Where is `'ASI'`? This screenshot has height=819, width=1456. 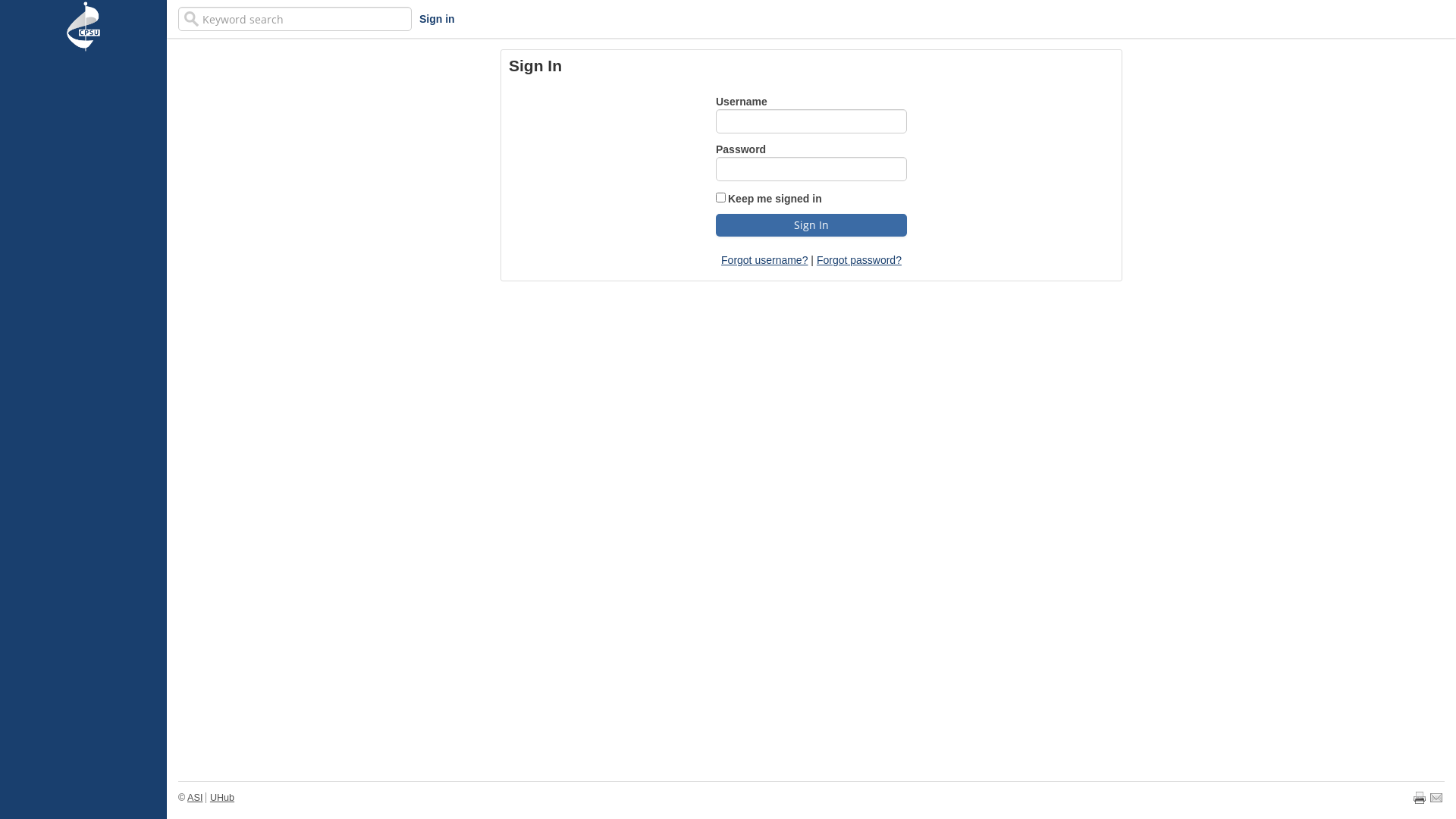
'ASI' is located at coordinates (194, 797).